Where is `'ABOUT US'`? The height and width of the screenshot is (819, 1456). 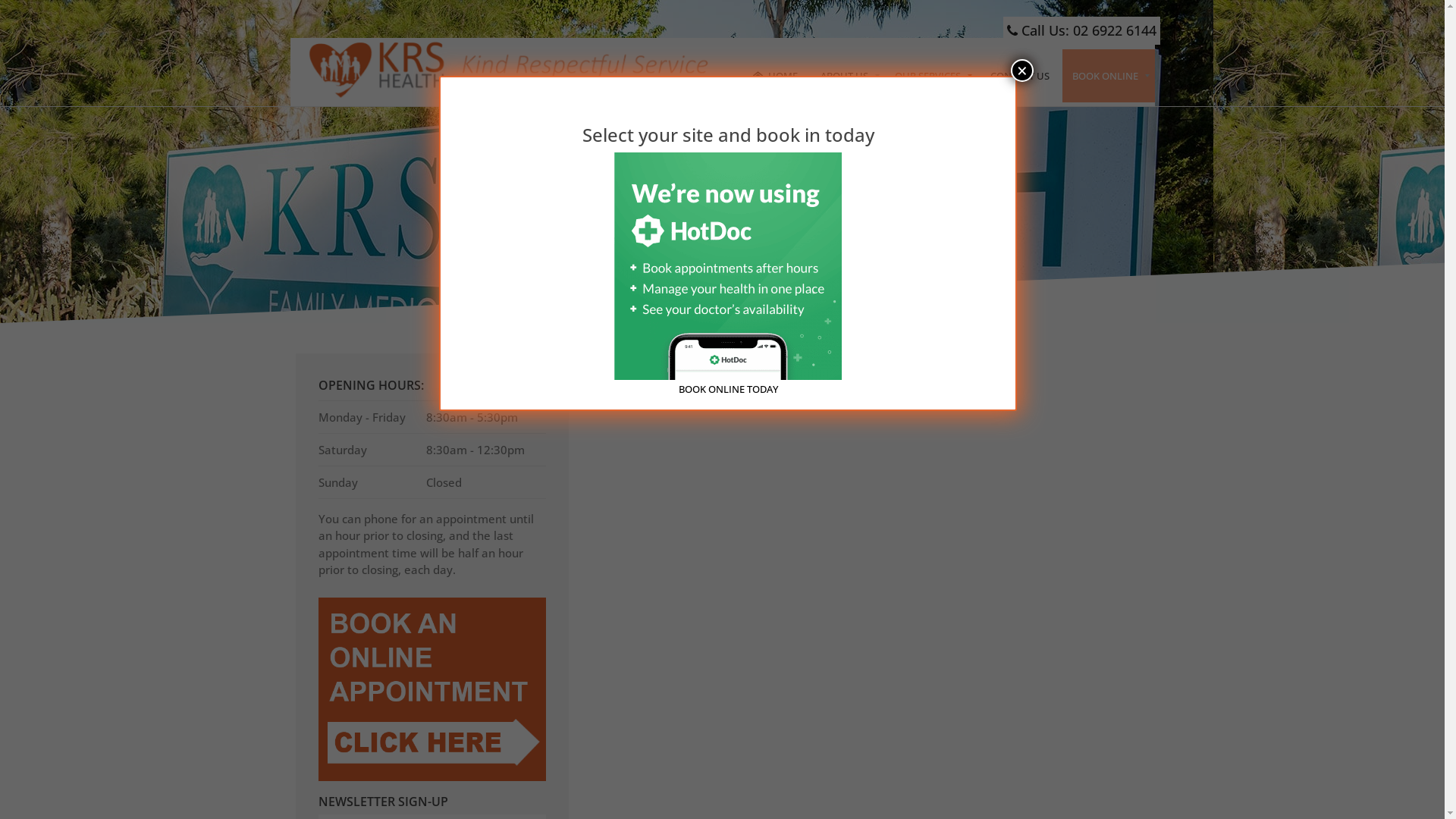
'ABOUT US' is located at coordinates (846, 76).